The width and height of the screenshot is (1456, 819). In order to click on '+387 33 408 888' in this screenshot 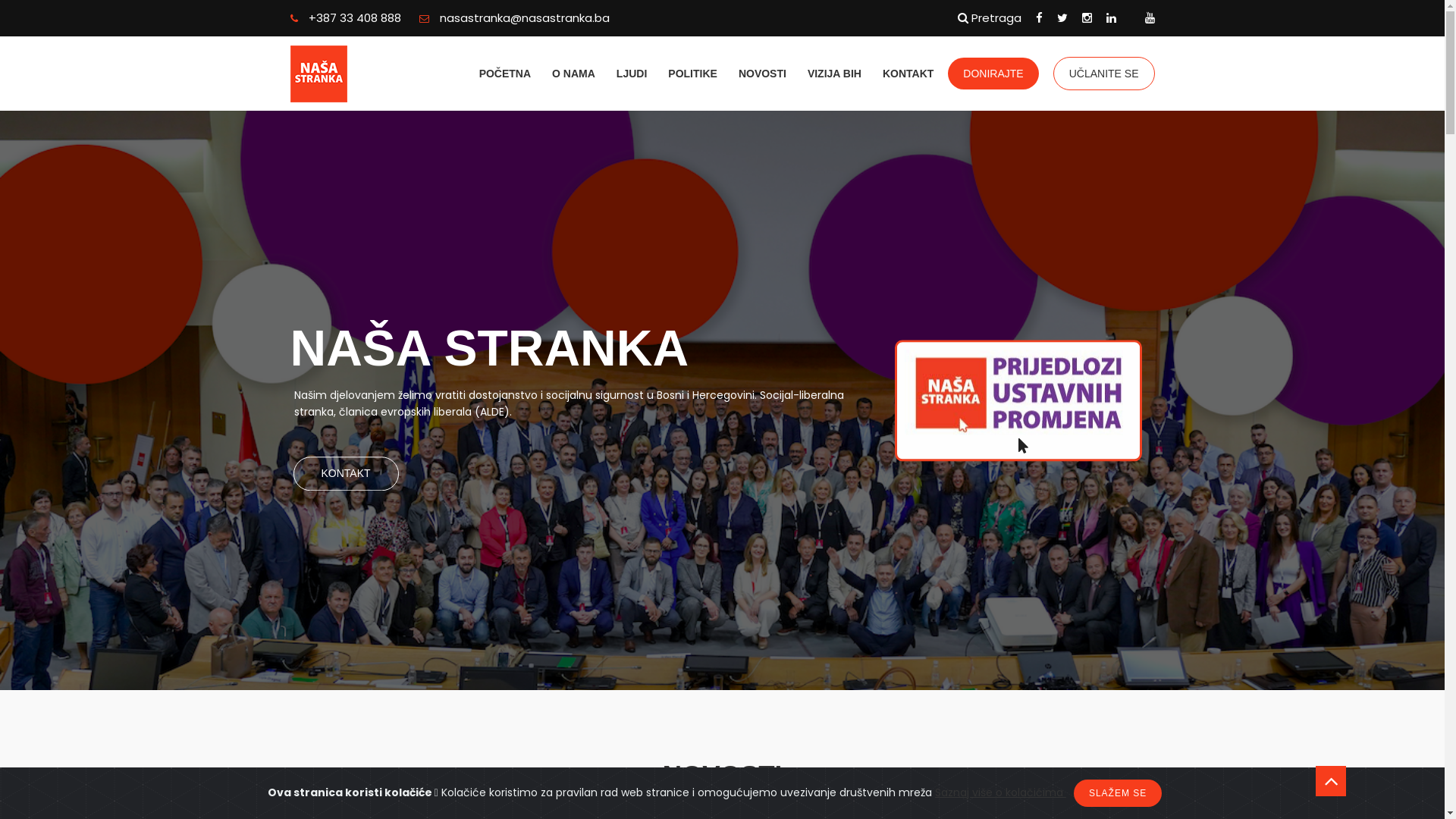, I will do `click(344, 17)`.